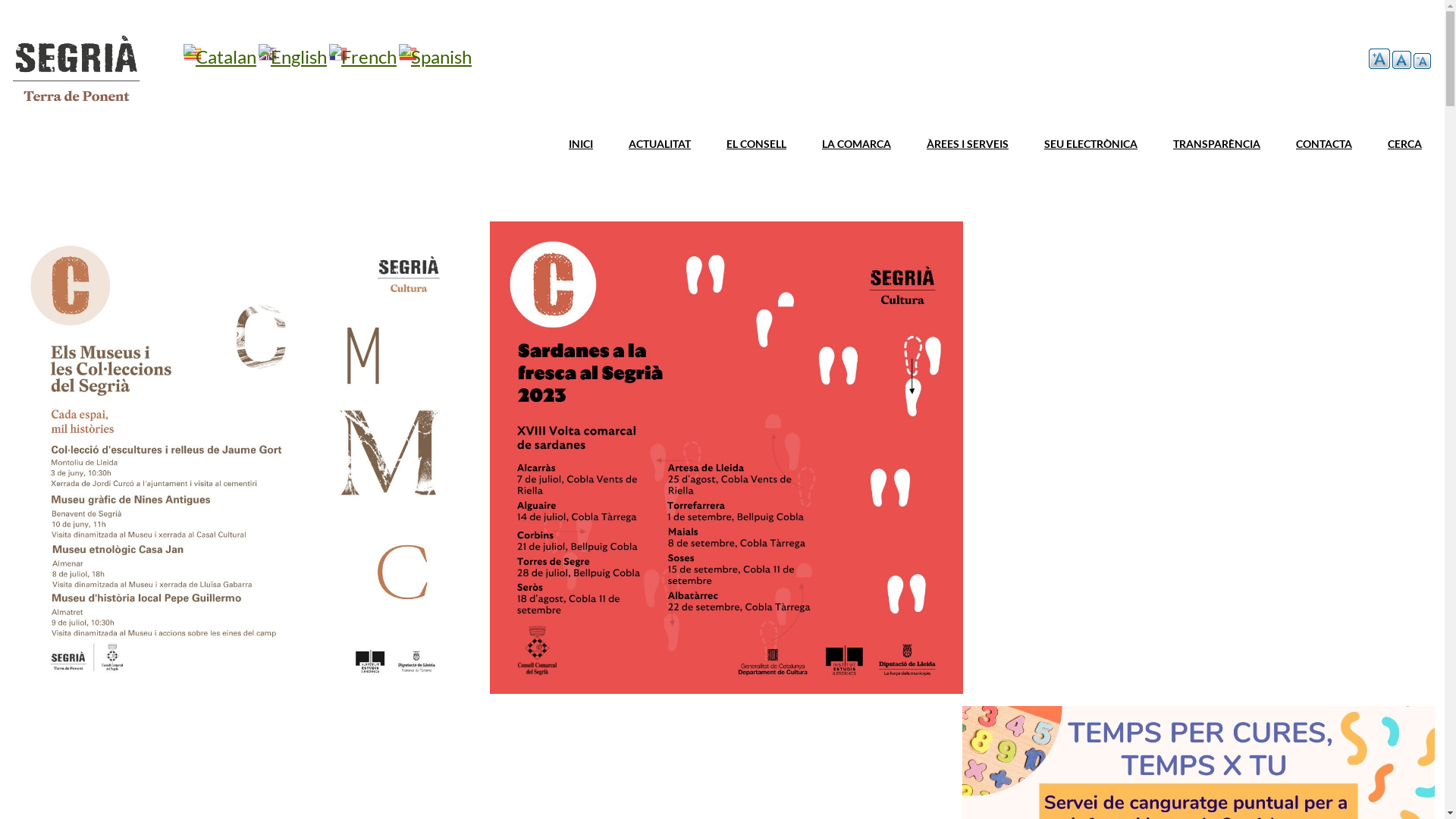 The height and width of the screenshot is (819, 1456). What do you see at coordinates (659, 144) in the screenshot?
I see `'ACTUALITAT'` at bounding box center [659, 144].